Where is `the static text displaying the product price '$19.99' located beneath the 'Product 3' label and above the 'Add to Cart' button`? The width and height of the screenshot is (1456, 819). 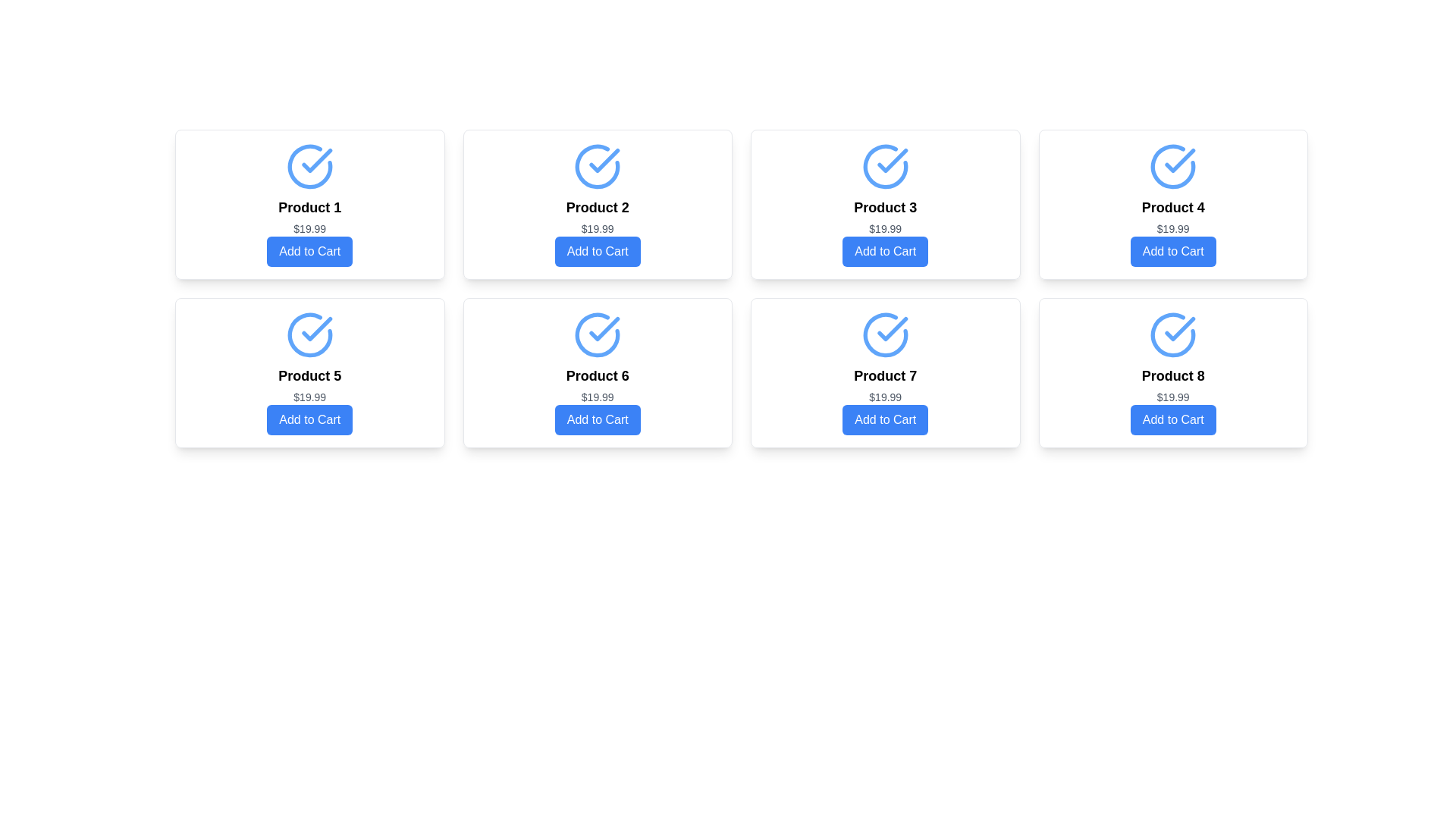
the static text displaying the product price '$19.99' located beneath the 'Product 3' label and above the 'Add to Cart' button is located at coordinates (885, 228).